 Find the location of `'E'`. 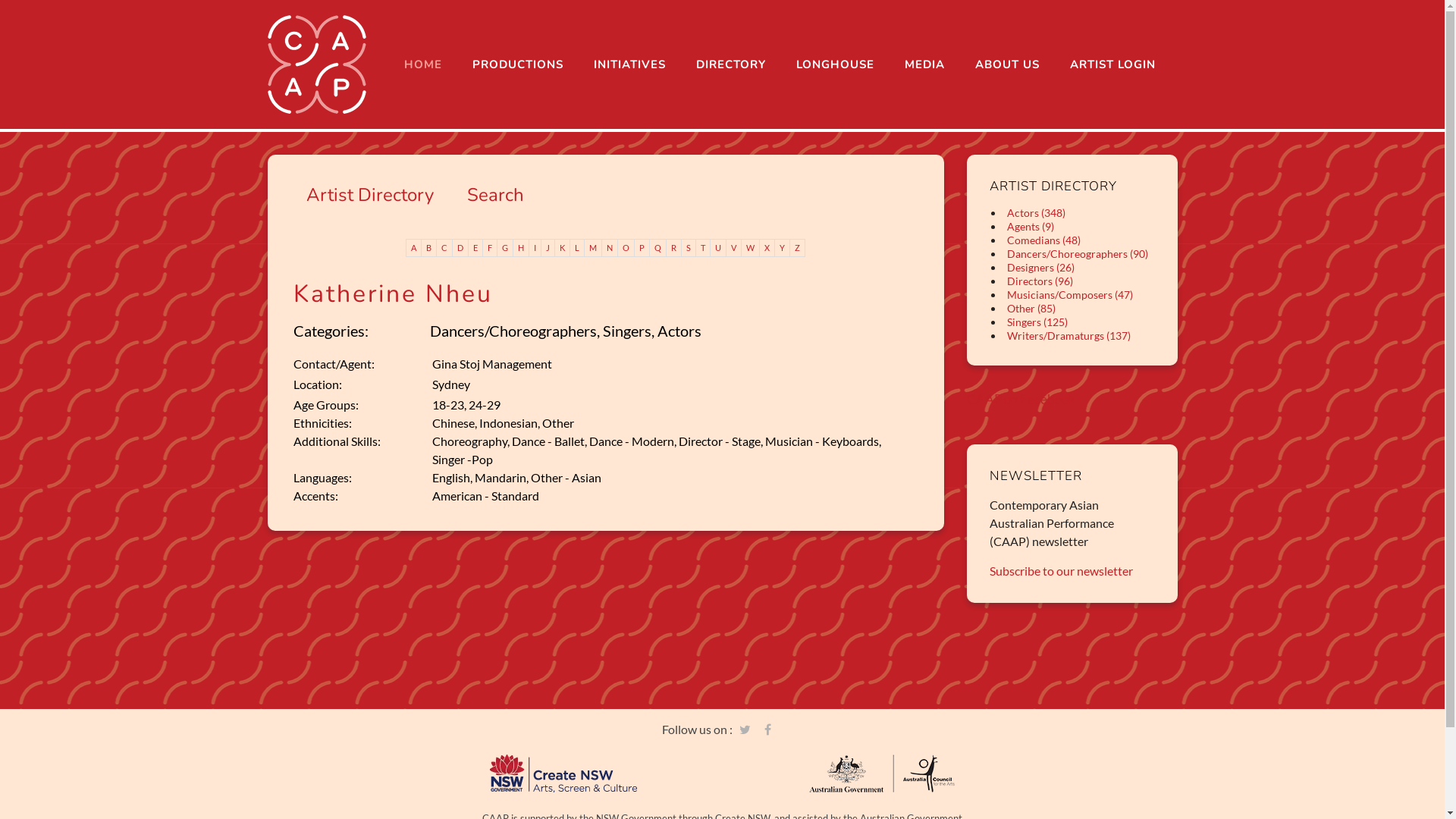

'E' is located at coordinates (475, 247).